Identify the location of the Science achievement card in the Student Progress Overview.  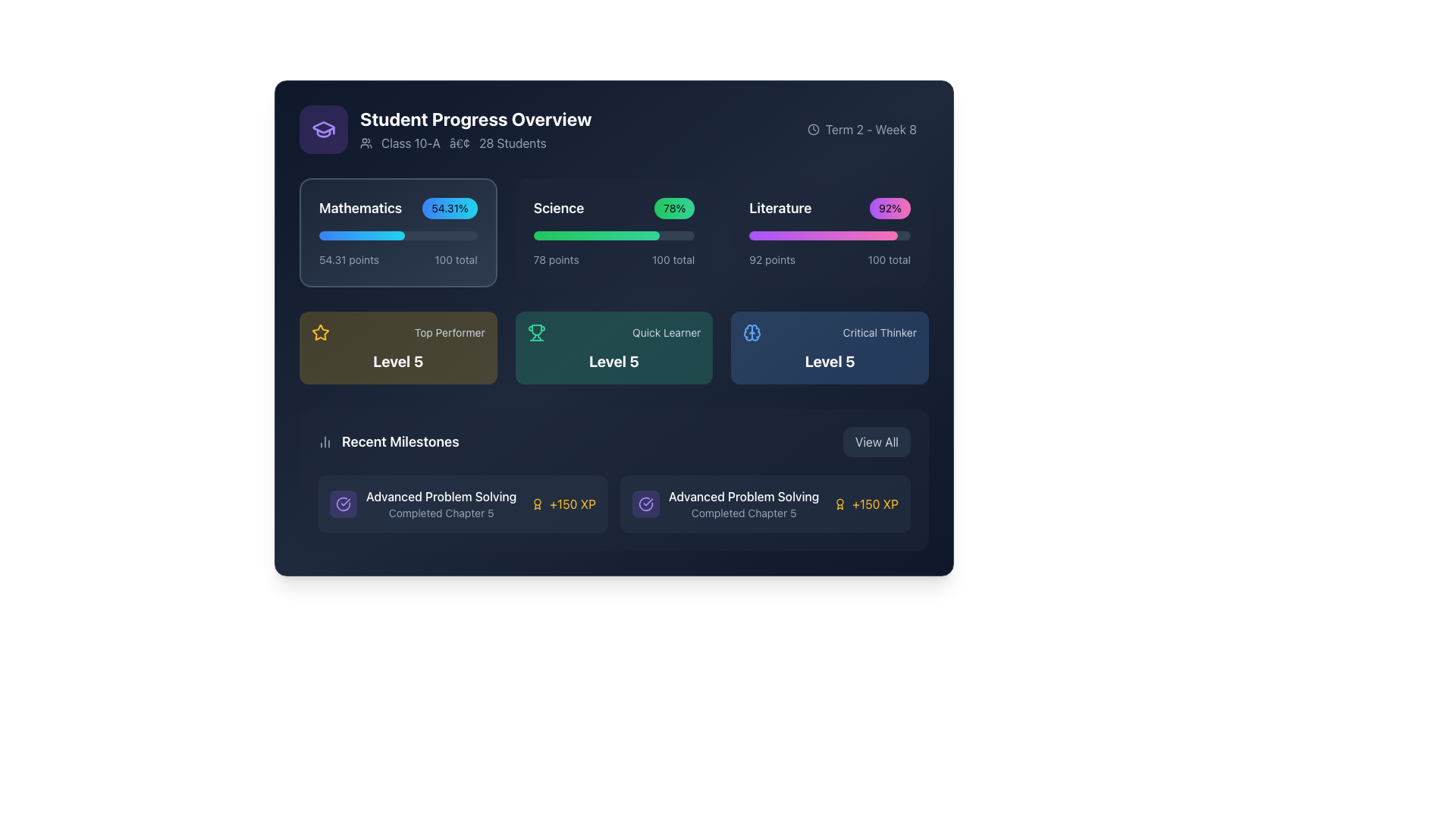
(614, 233).